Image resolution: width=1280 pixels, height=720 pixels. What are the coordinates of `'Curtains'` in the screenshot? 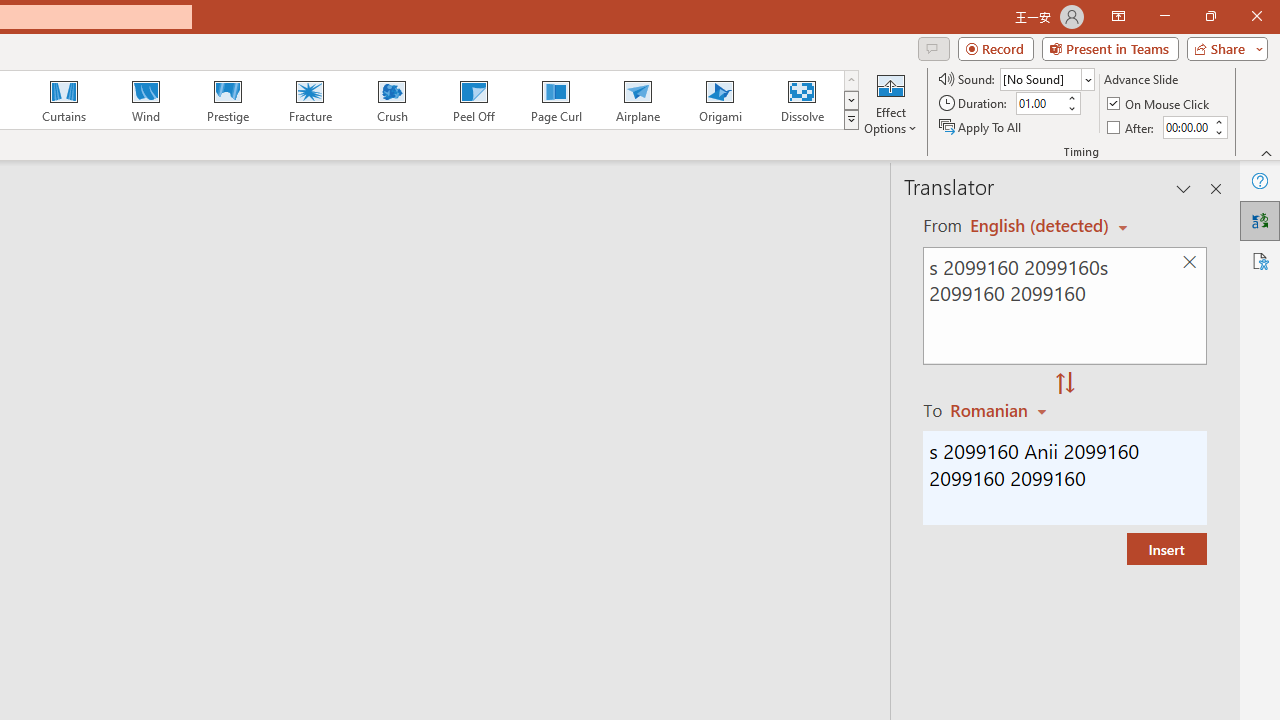 It's located at (64, 100).